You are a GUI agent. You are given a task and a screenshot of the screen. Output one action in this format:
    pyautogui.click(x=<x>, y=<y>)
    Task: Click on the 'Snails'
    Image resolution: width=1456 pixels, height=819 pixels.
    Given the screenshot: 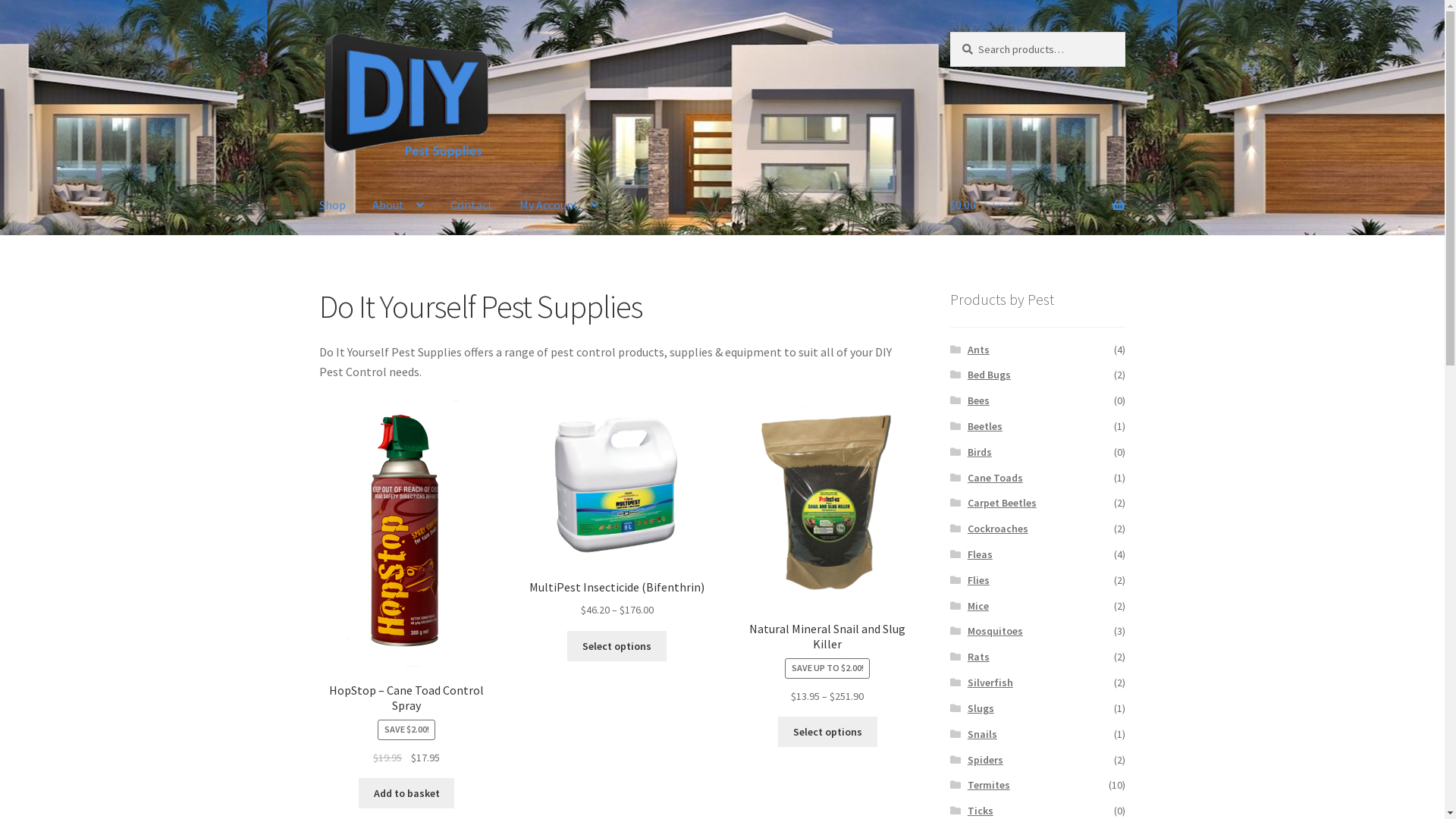 What is the action you would take?
    pyautogui.click(x=982, y=733)
    